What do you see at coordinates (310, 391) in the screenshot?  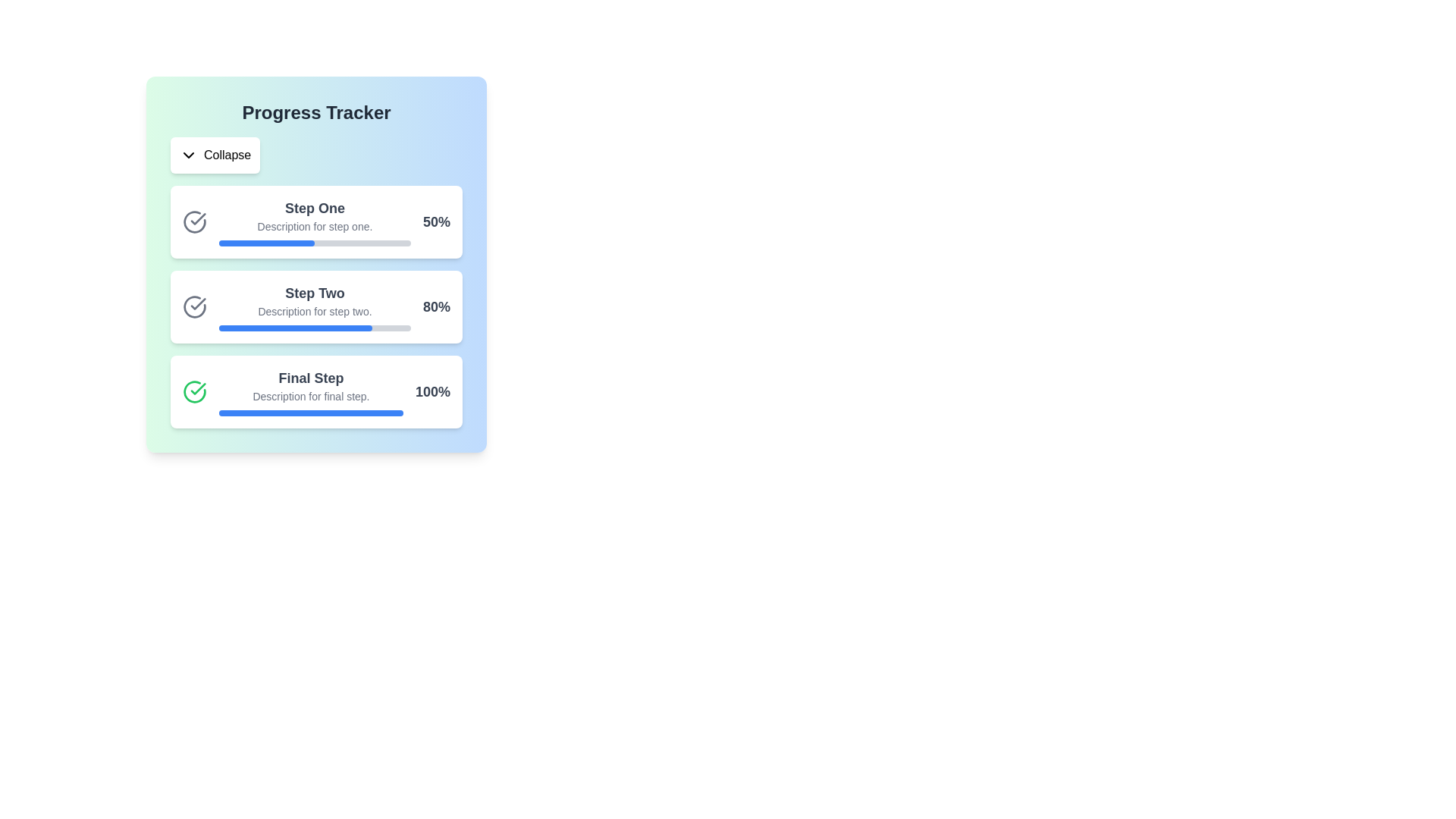 I see `the text block titled 'Final Step', which contains a bold title and a subtitle, positioned below the progress step 'Step Two'` at bounding box center [310, 391].